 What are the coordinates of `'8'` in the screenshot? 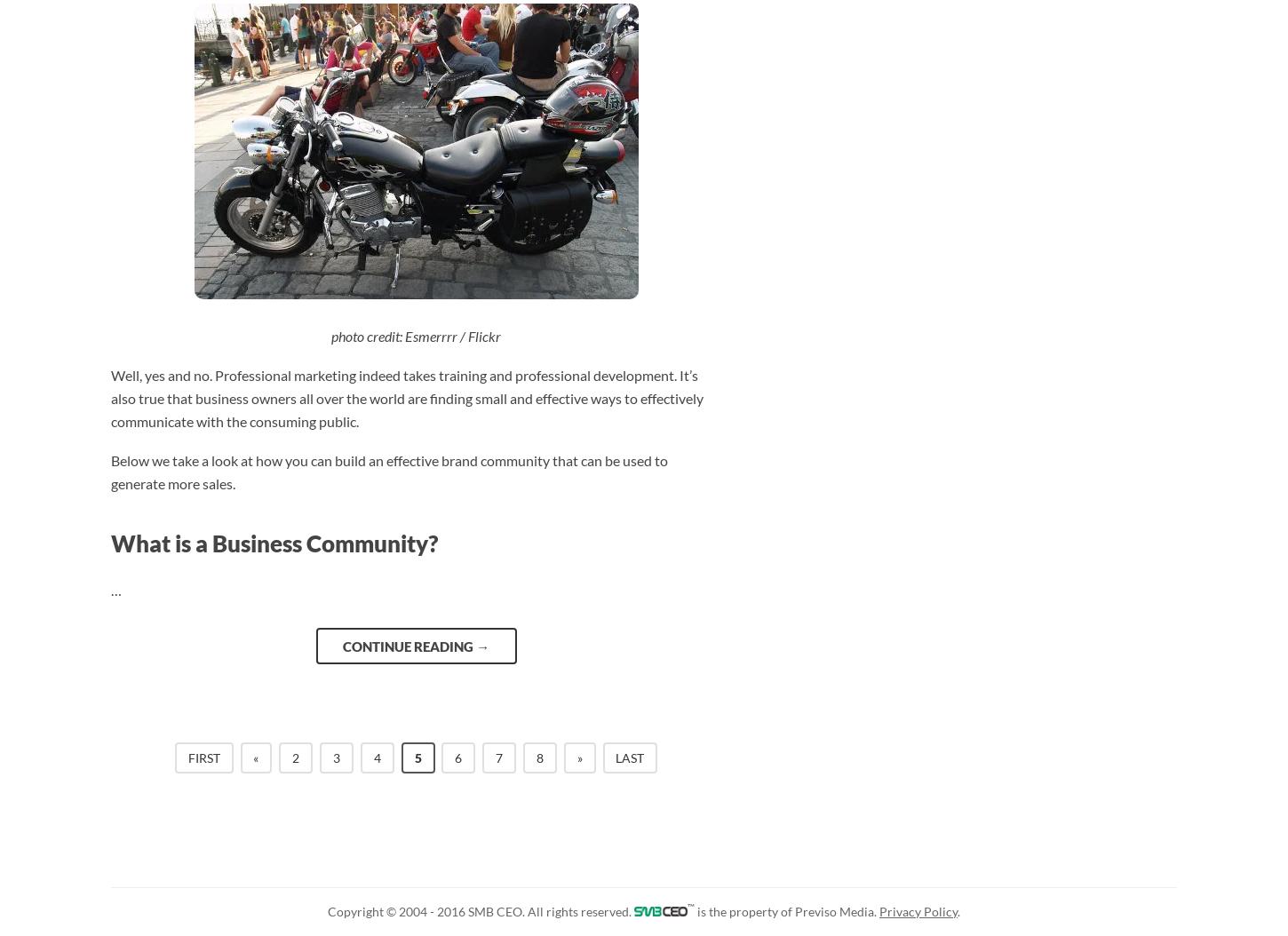 It's located at (537, 757).